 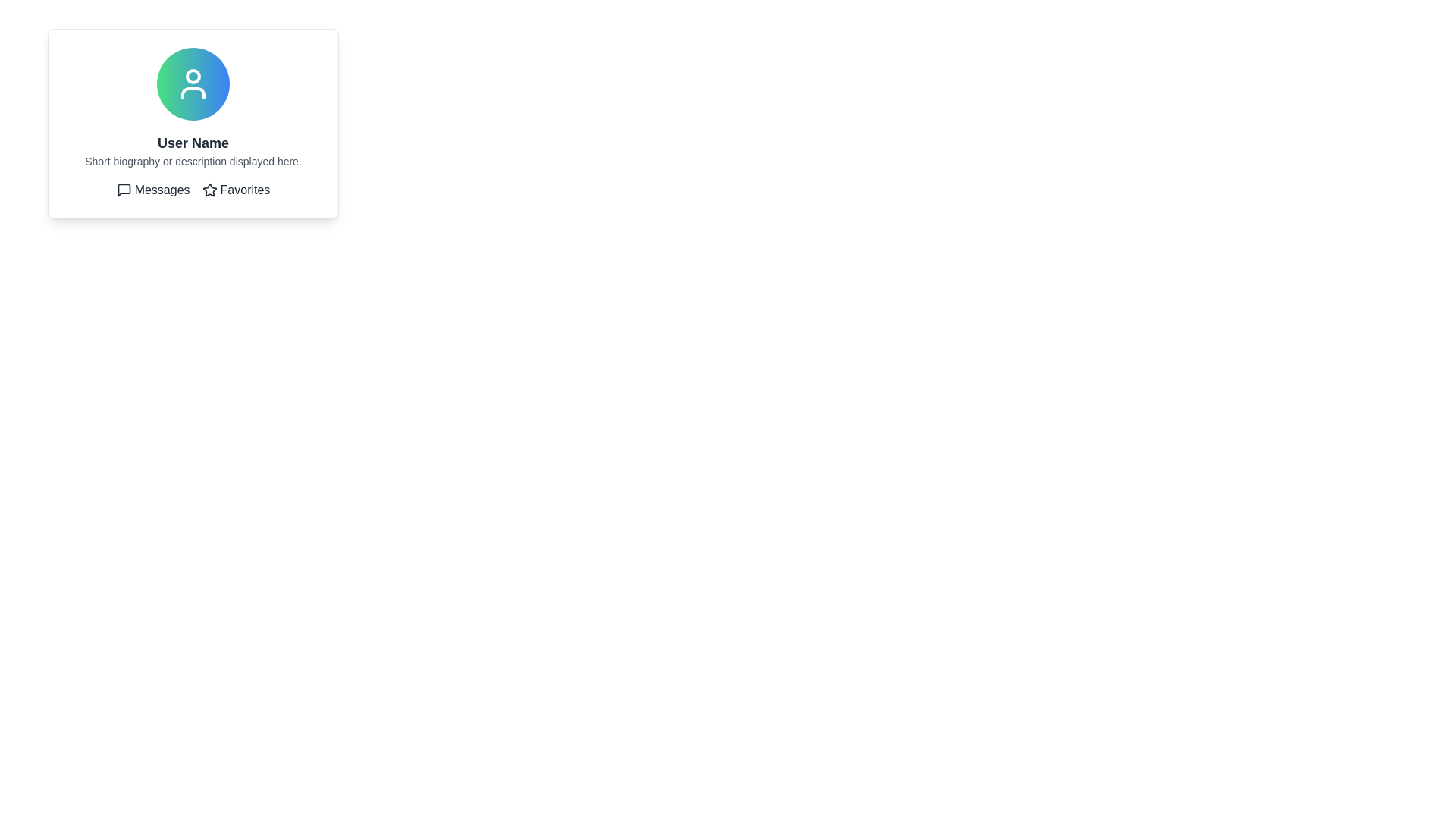 What do you see at coordinates (192, 84) in the screenshot?
I see `the user silhouette icon located at the center of the circular gradient area above the 'User Name' text section` at bounding box center [192, 84].